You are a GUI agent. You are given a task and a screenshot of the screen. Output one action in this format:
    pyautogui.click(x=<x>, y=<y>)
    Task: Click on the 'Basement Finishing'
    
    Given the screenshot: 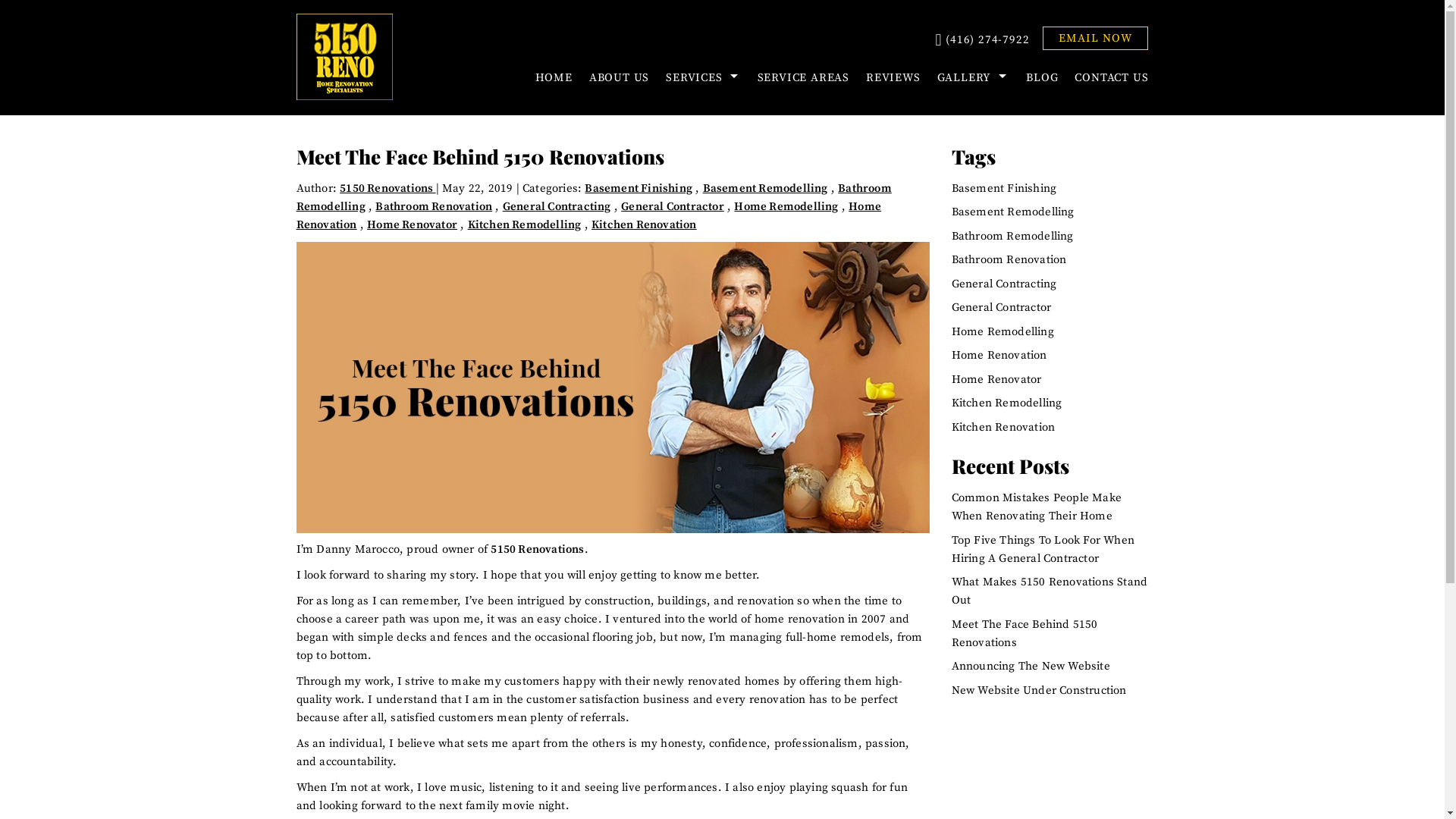 What is the action you would take?
    pyautogui.click(x=638, y=187)
    